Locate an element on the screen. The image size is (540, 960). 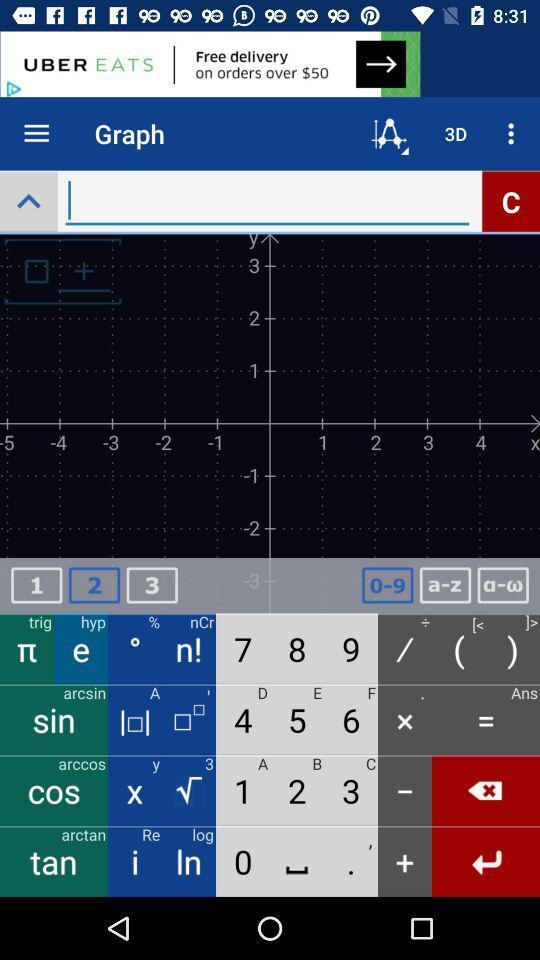
apply formula is located at coordinates (502, 585).